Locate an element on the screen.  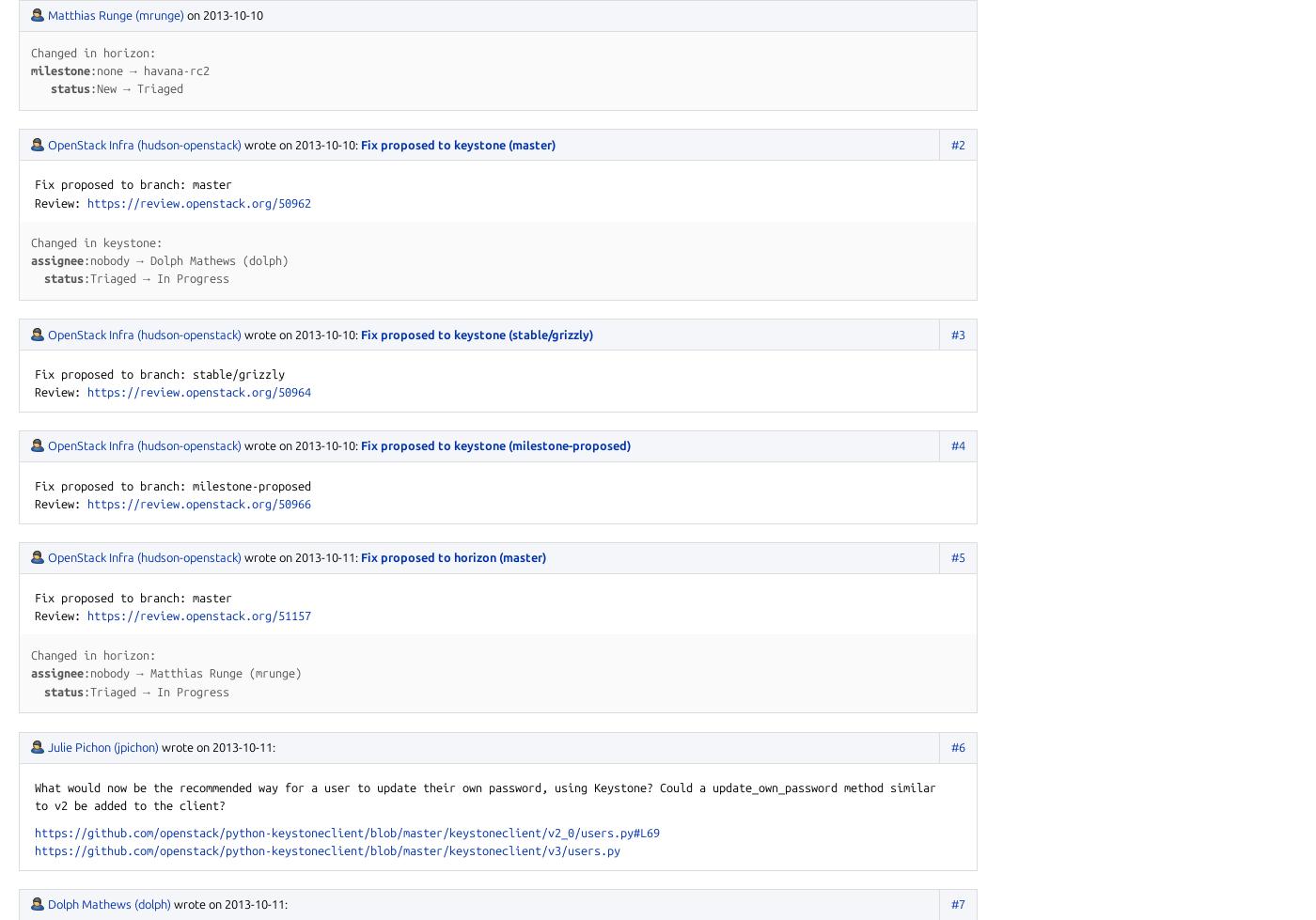
'#5' is located at coordinates (958, 555).